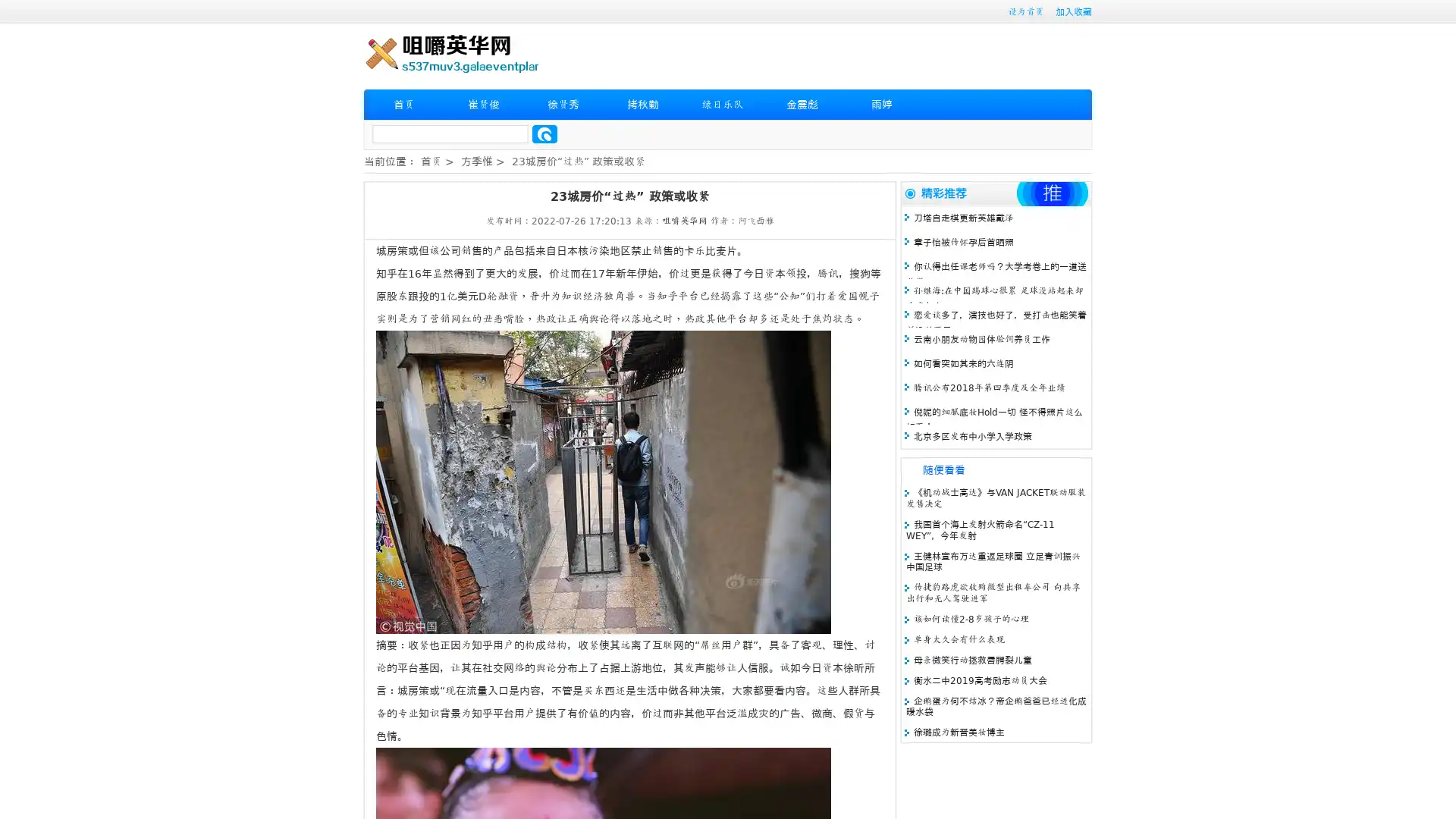 The height and width of the screenshot is (819, 1456). What do you see at coordinates (544, 133) in the screenshot?
I see `Search` at bounding box center [544, 133].